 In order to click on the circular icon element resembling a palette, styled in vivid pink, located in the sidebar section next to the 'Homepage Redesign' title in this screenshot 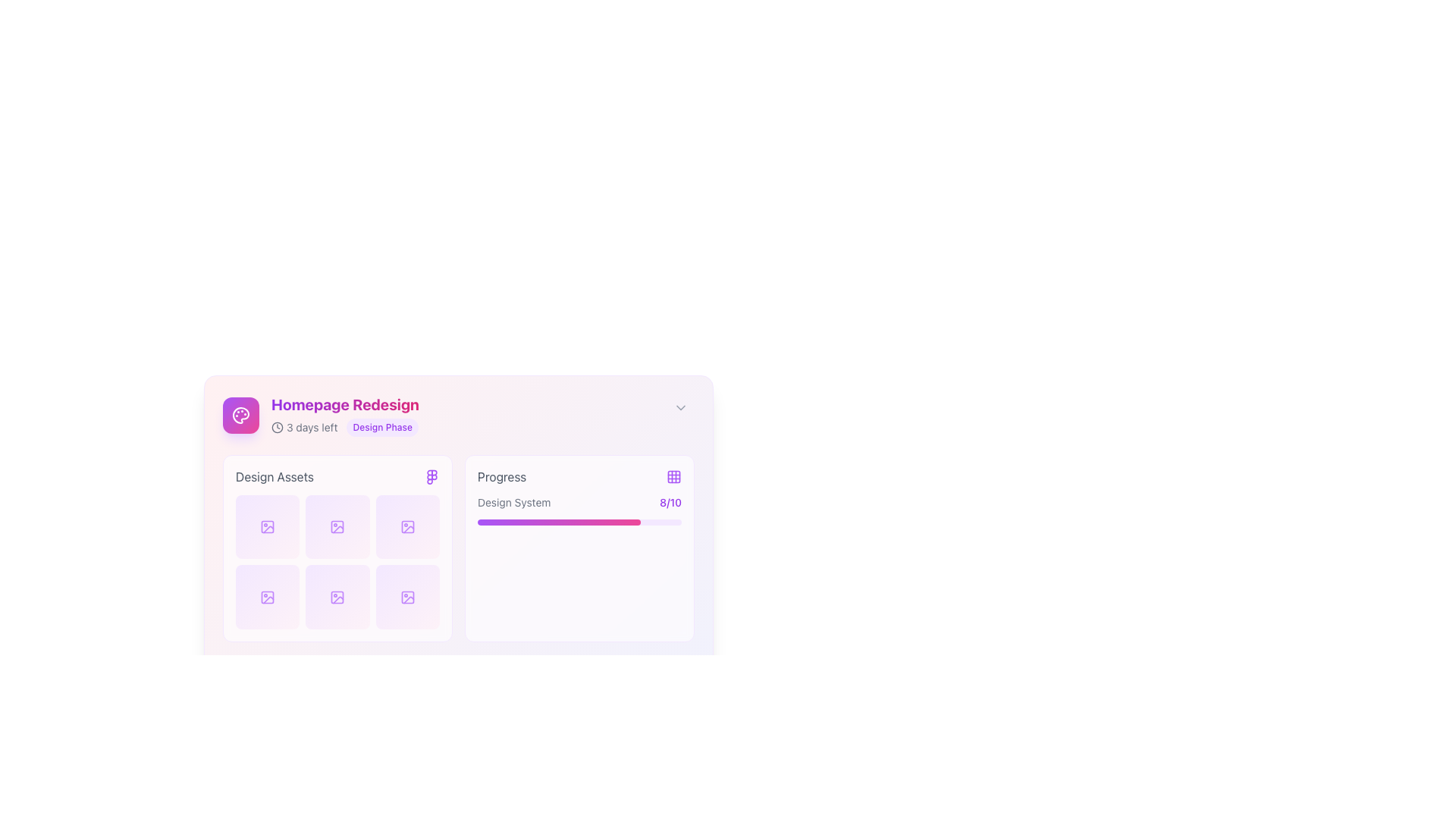, I will do `click(240, 415)`.